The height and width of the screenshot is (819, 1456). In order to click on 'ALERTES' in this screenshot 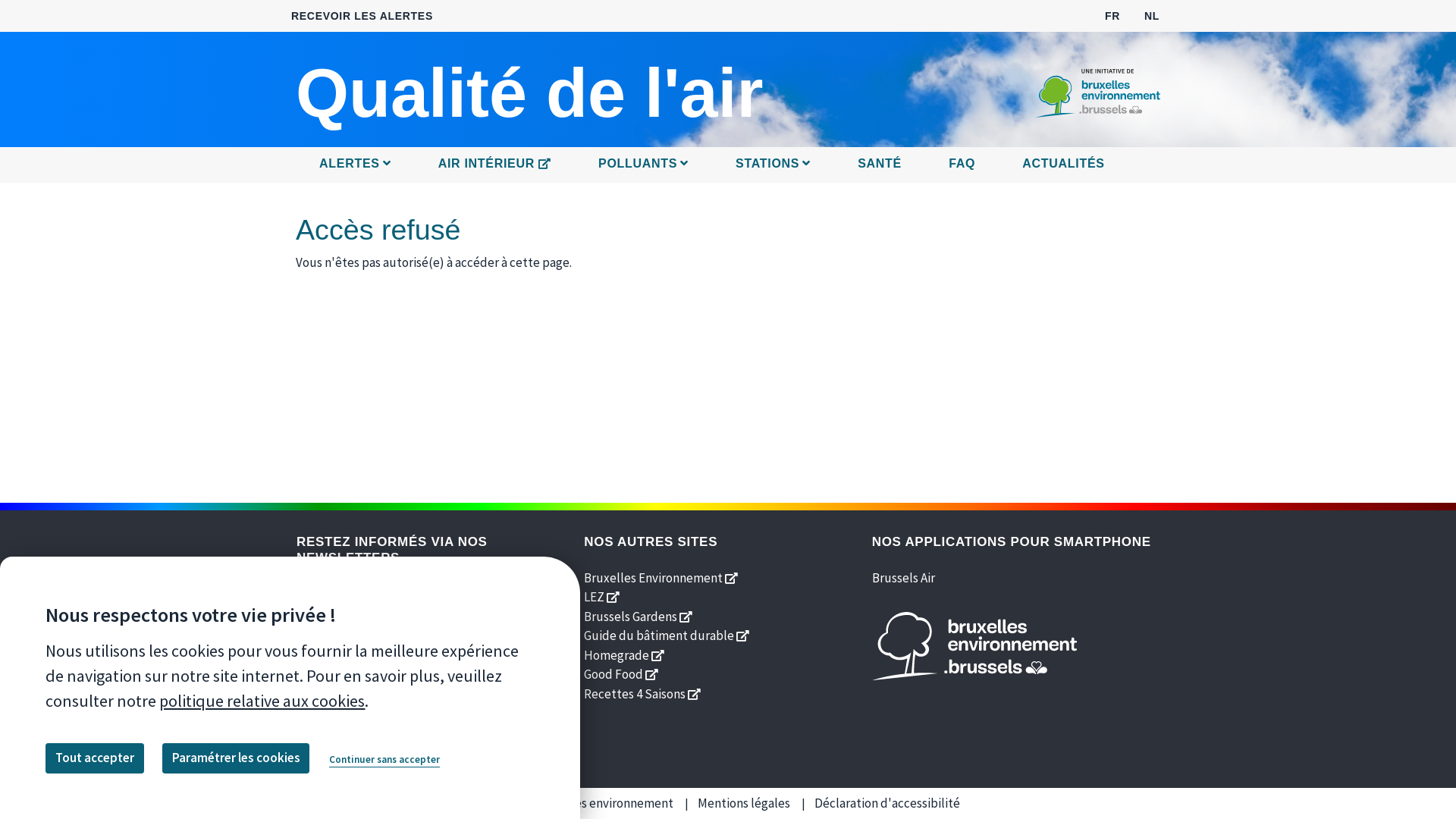, I will do `click(311, 165)`.